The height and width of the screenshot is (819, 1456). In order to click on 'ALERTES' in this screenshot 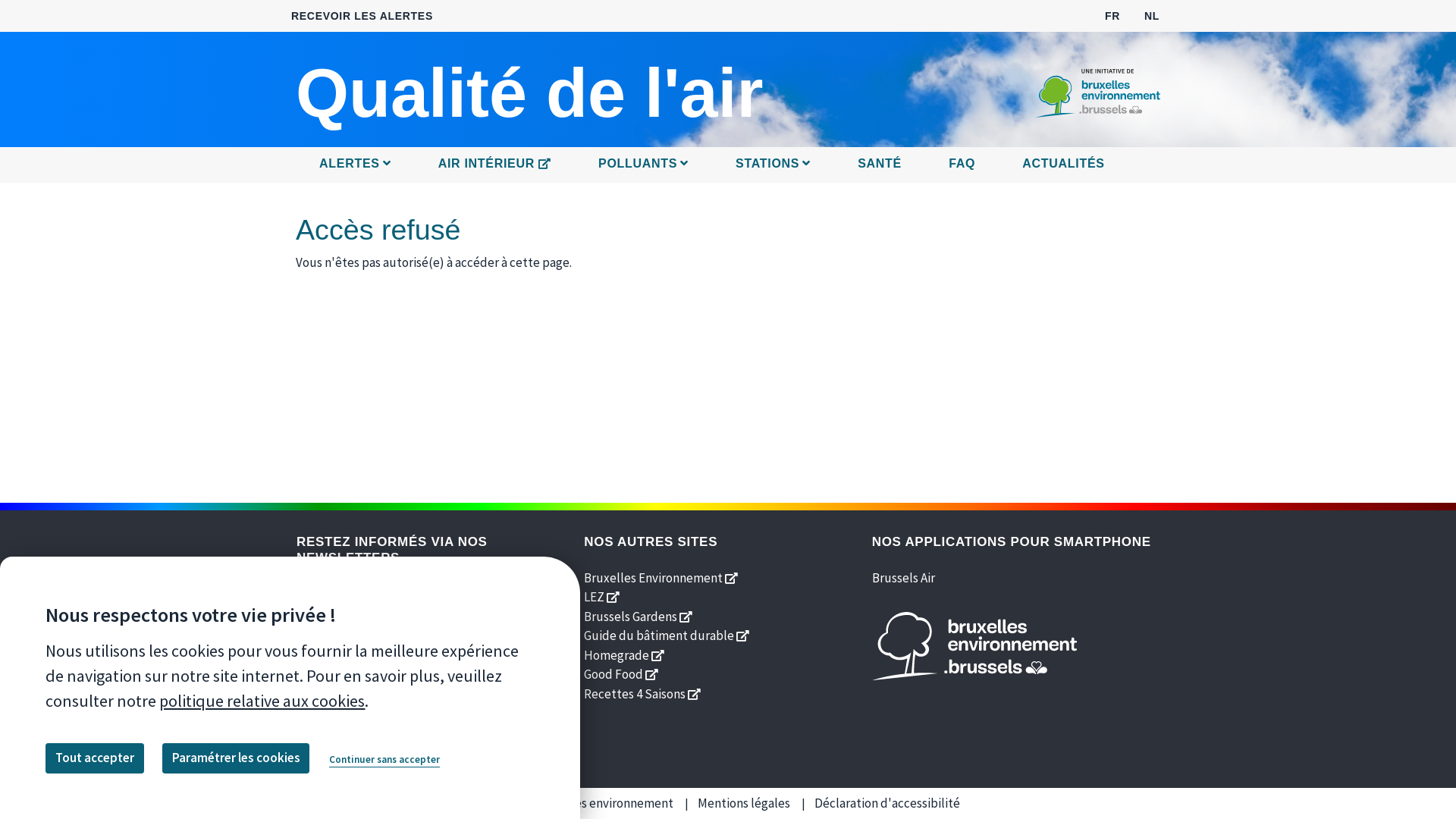, I will do `click(311, 165)`.